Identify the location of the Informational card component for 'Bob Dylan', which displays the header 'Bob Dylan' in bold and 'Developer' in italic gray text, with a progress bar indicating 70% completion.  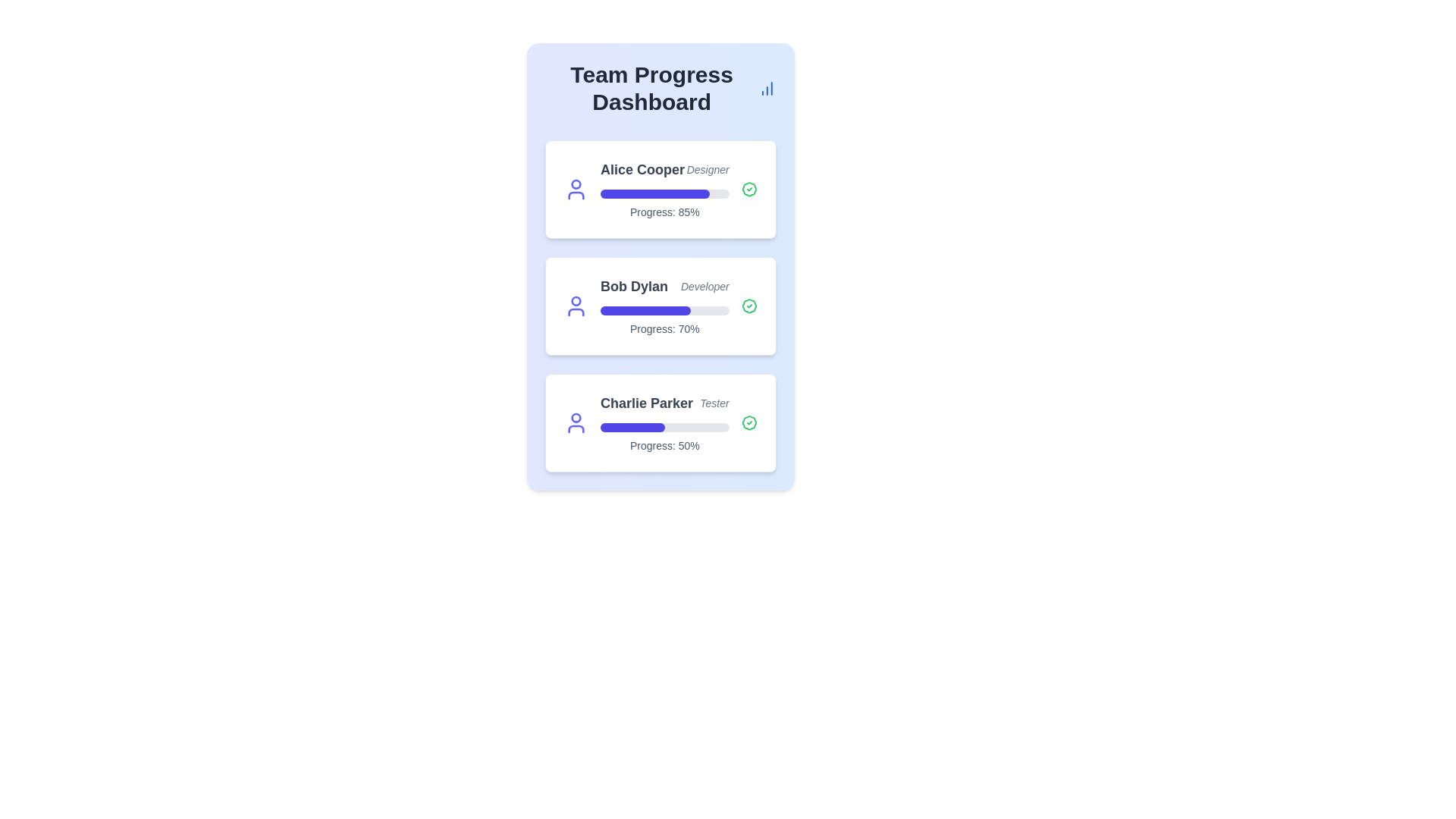
(664, 306).